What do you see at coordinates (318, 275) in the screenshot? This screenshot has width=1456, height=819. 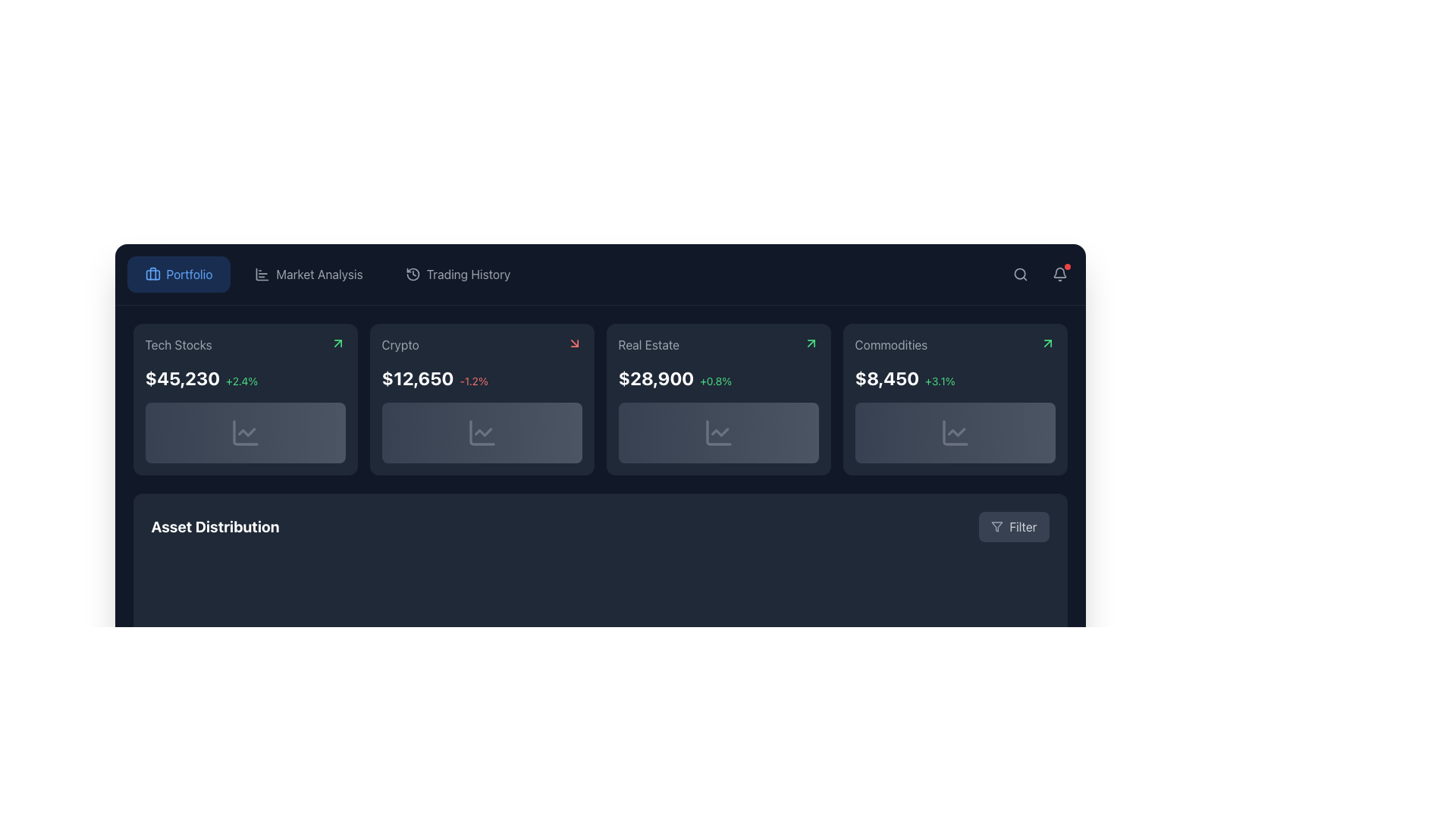 I see `the 'Market Analysis' text link located in the navigation bar` at bounding box center [318, 275].